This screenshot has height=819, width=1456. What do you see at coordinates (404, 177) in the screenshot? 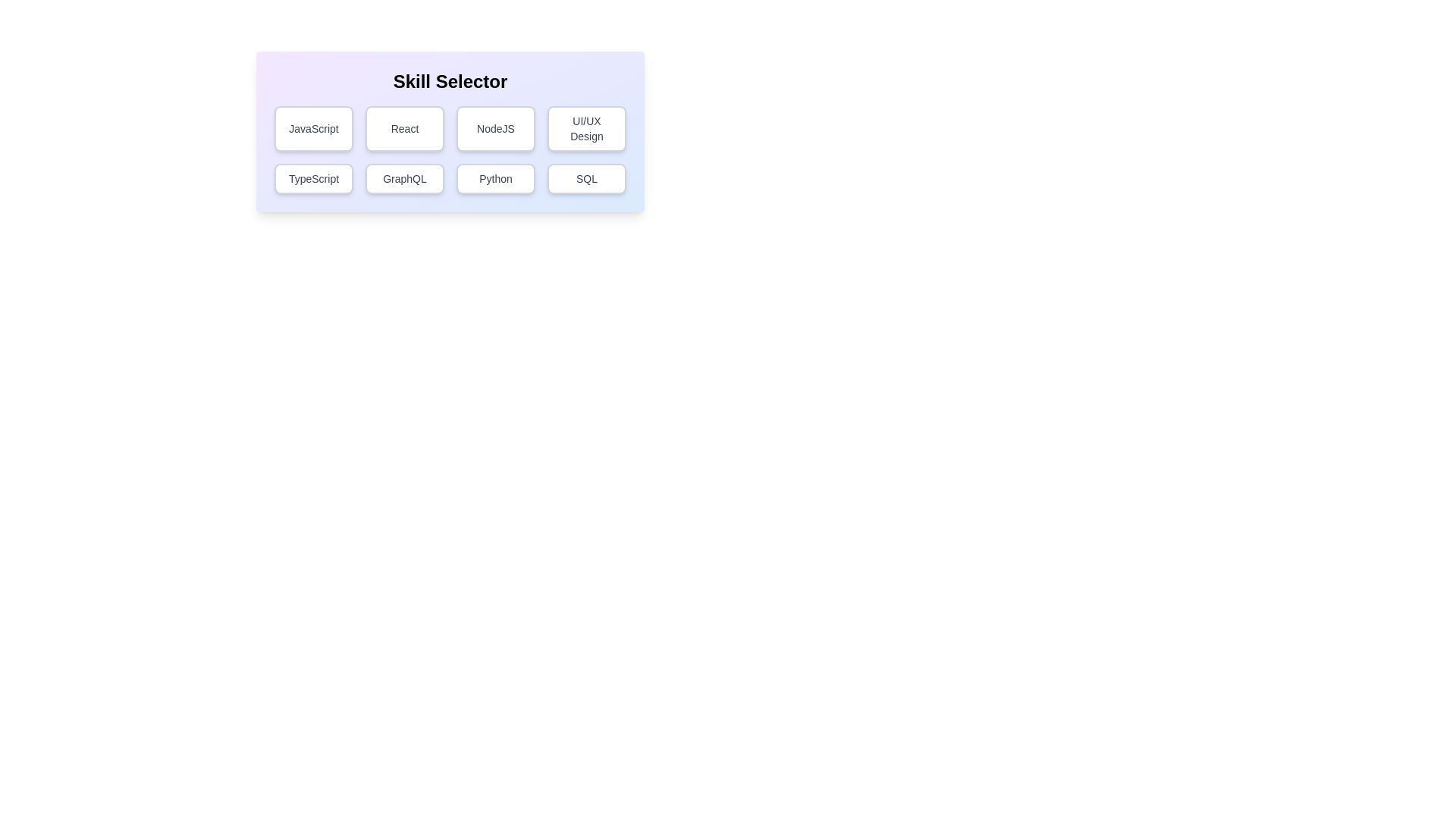
I see `the button corresponding to the skill GraphQL to toggle its selection` at bounding box center [404, 177].